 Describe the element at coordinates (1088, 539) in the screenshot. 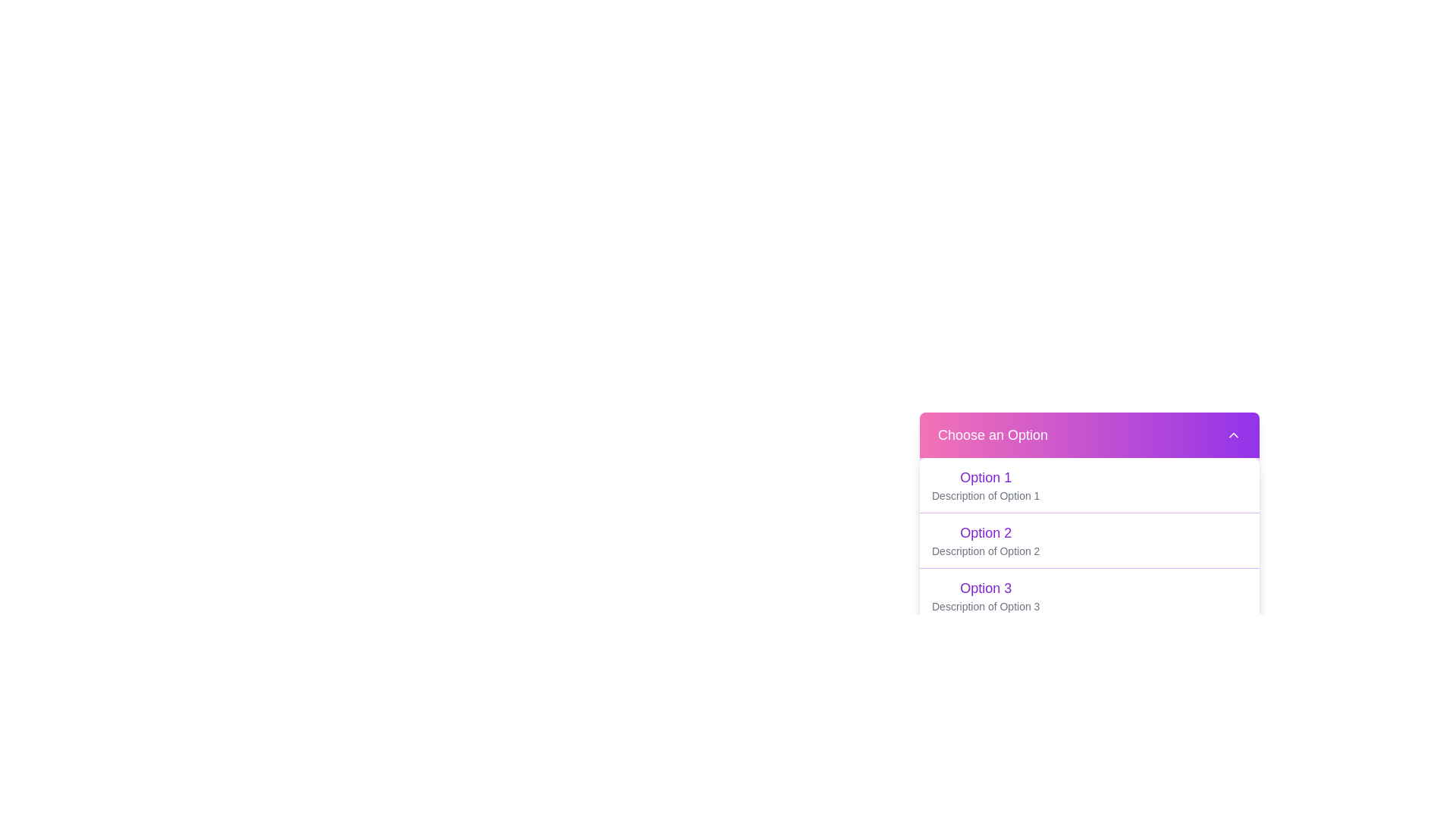

I see `the second option in the dropdown list titled 'Choose an Option'` at that location.